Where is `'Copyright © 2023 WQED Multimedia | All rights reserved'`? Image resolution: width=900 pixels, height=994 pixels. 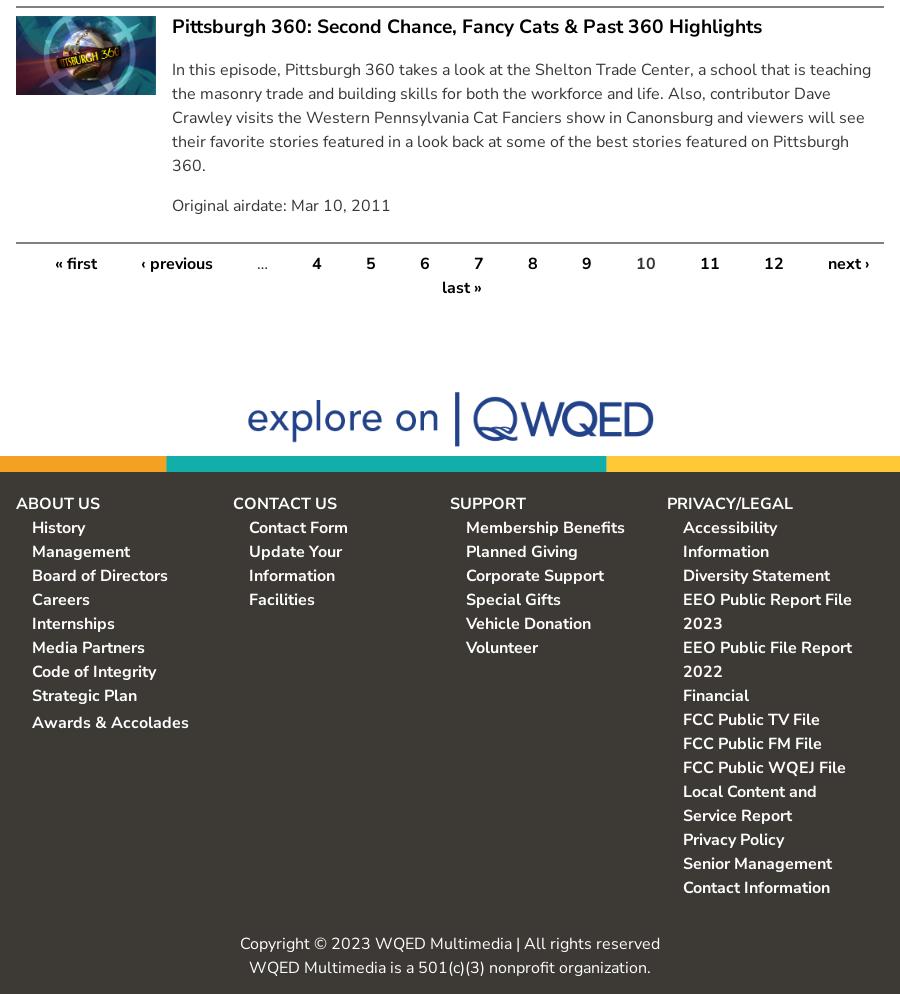 'Copyright © 2023 WQED Multimedia | All rights reserved' is located at coordinates (239, 943).